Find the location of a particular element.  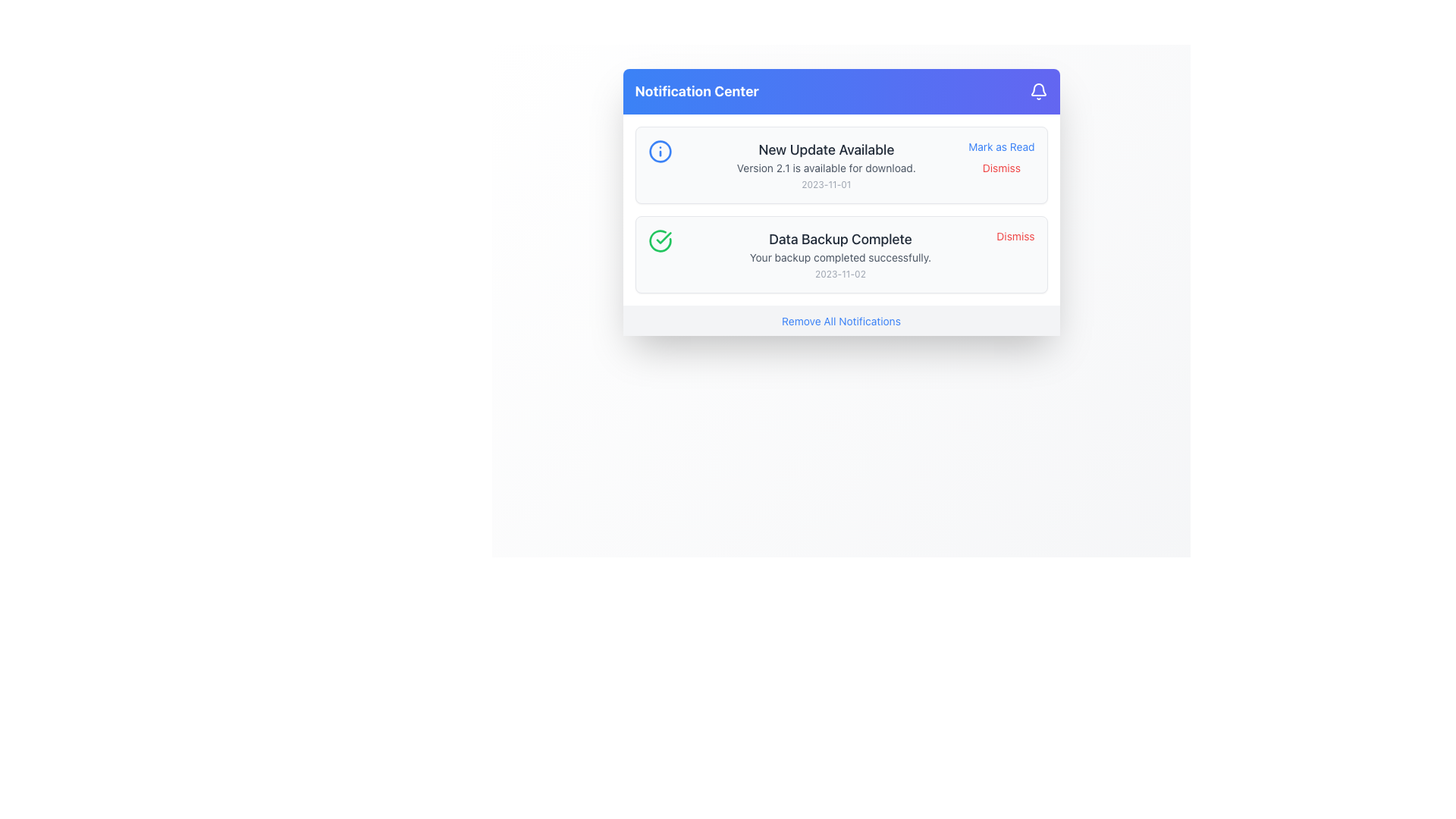

the static text label displaying 'Version 2.1 is available for download', which is part of the notification titled 'New Update Available' is located at coordinates (825, 168).